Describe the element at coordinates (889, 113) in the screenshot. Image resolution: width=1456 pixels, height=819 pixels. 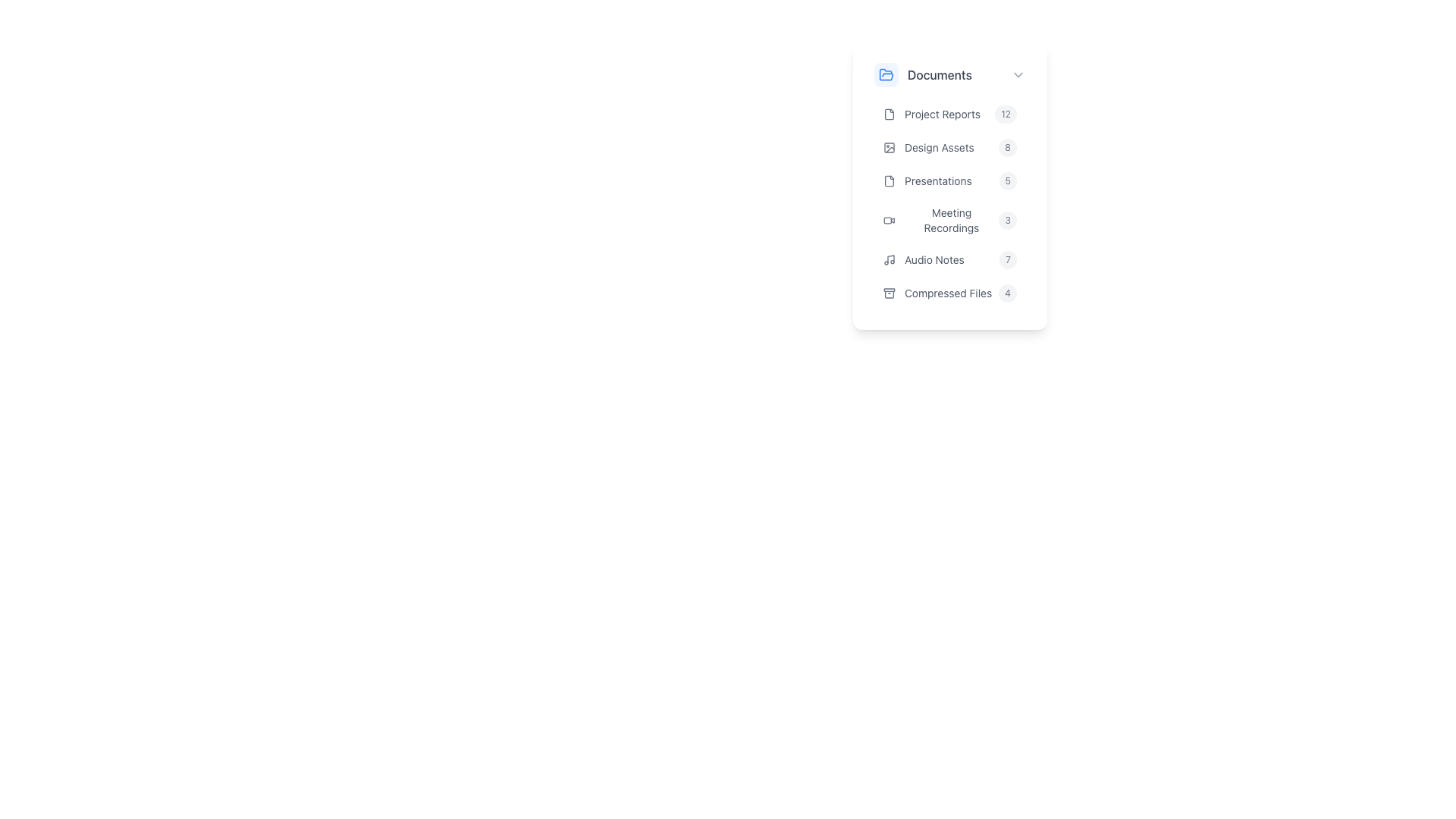
I see `the small gray file document icon located immediately to the left of the 'Project Reports' label in the 'Documents' menu` at that location.